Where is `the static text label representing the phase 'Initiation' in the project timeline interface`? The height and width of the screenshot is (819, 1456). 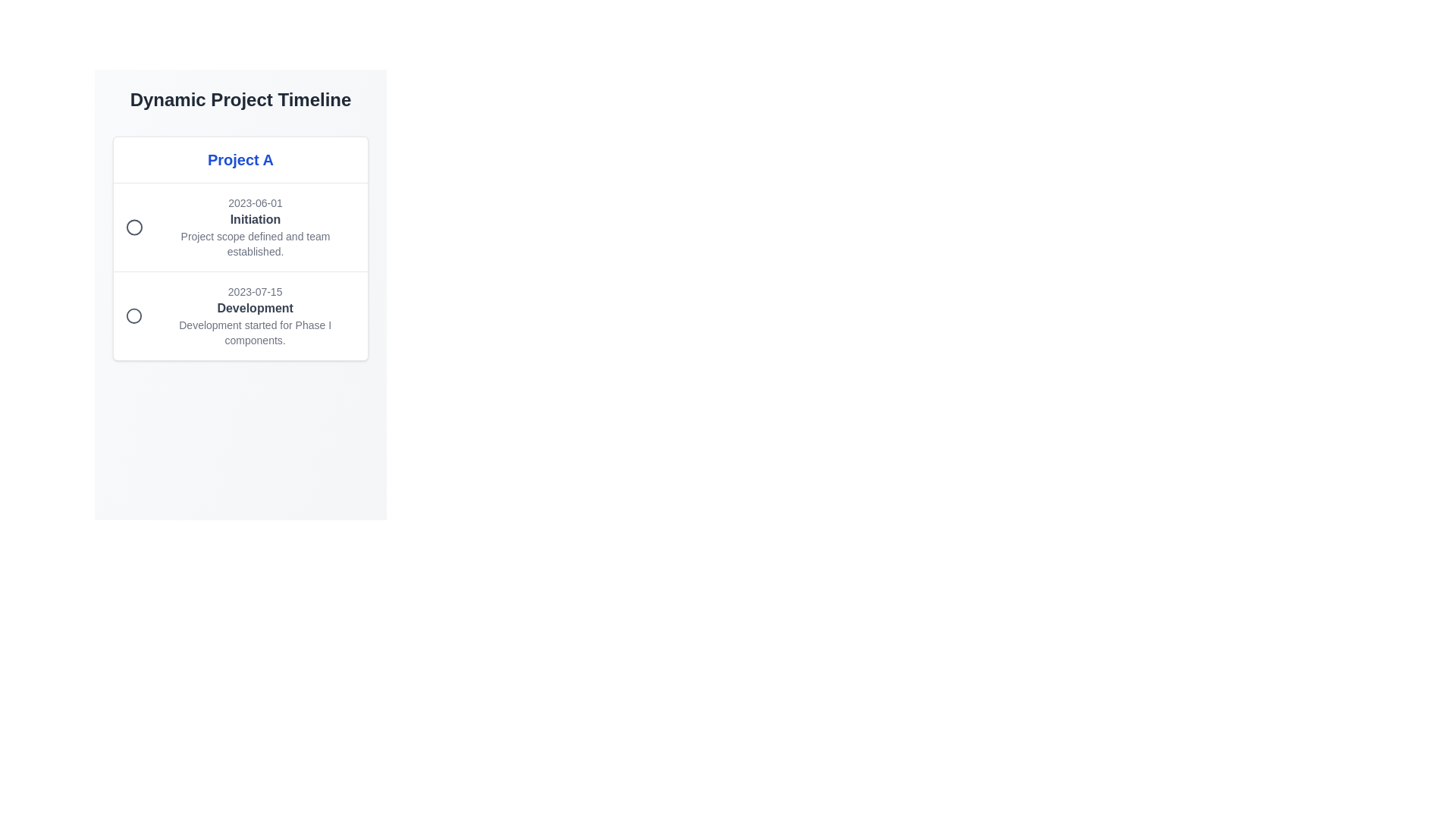 the static text label representing the phase 'Initiation' in the project timeline interface is located at coordinates (255, 219).